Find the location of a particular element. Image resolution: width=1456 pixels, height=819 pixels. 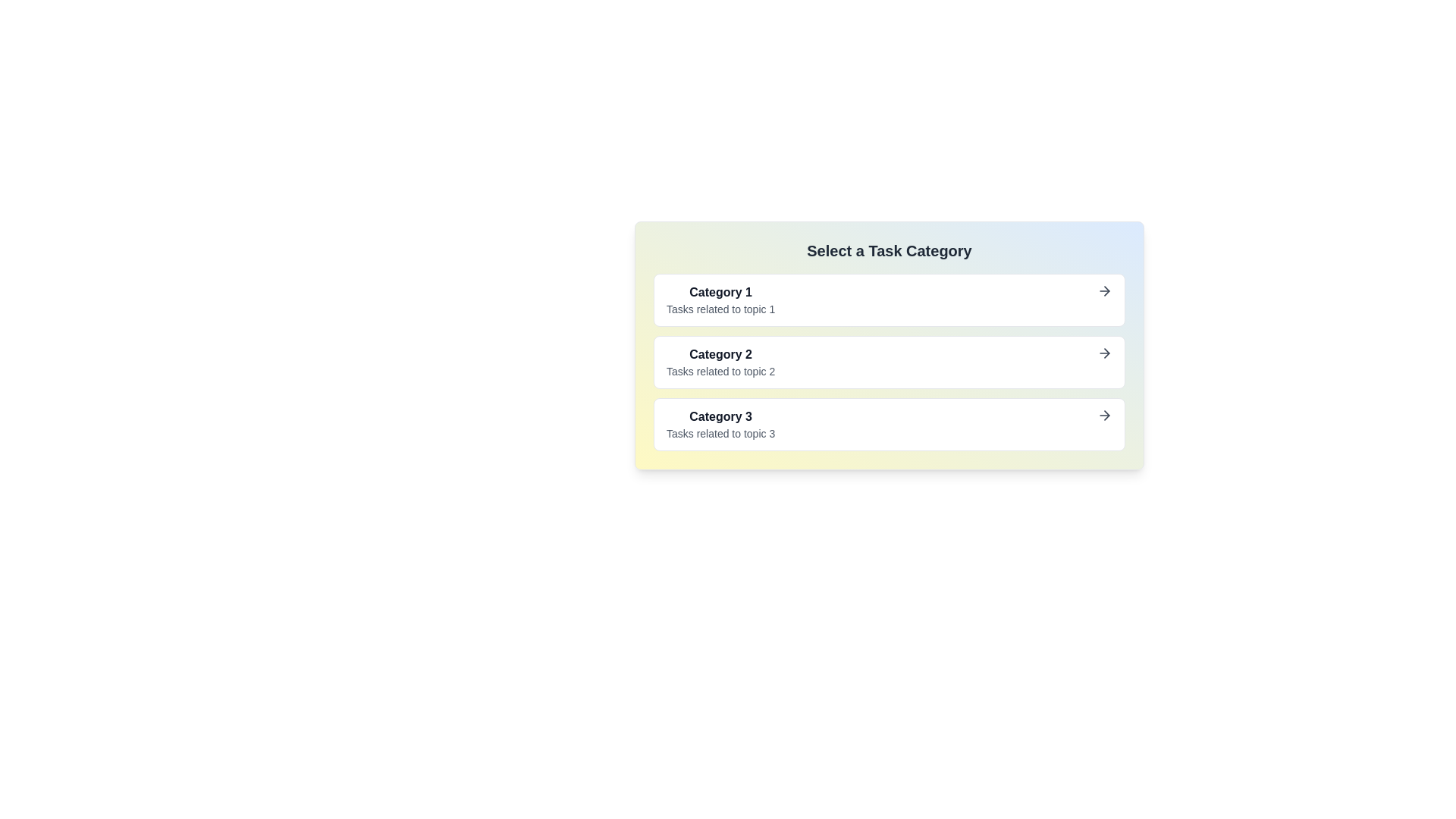

the 'Category 2' text label, which is the second item in a vertical list of task categories is located at coordinates (720, 362).